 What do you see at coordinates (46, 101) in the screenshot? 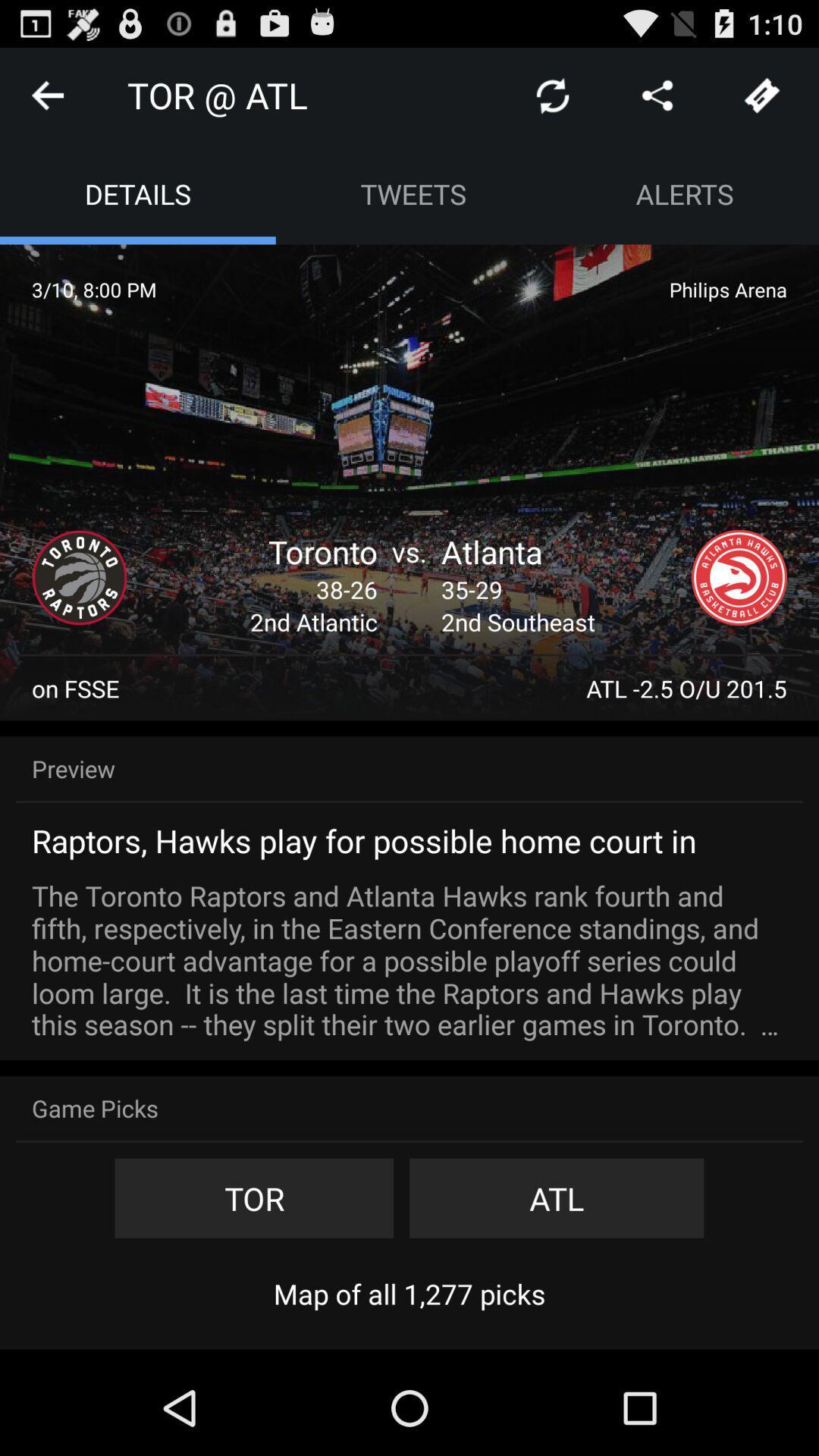
I see `the arrow_backward icon` at bounding box center [46, 101].